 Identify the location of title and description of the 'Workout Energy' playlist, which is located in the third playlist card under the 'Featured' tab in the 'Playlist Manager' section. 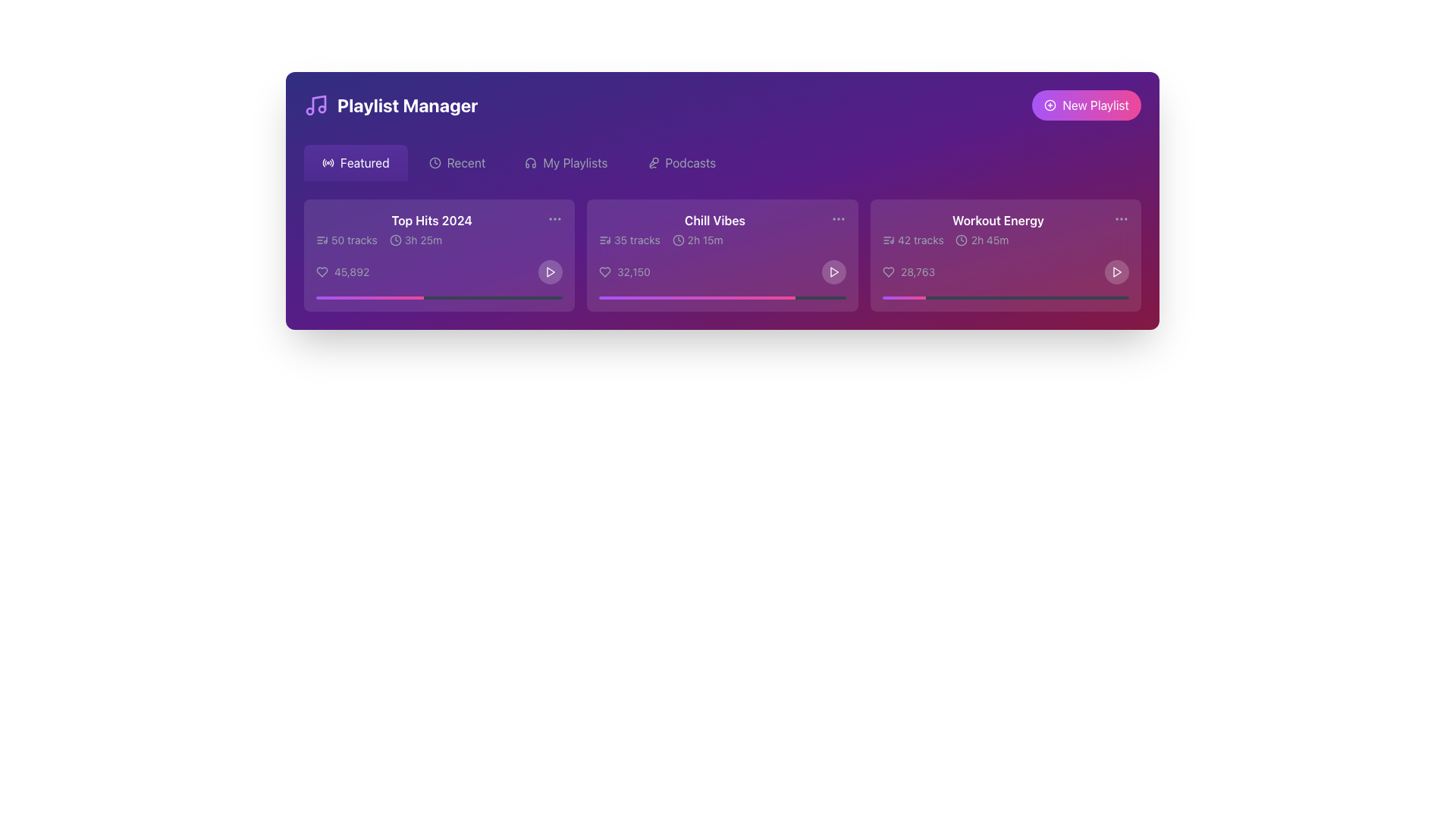
(1006, 230).